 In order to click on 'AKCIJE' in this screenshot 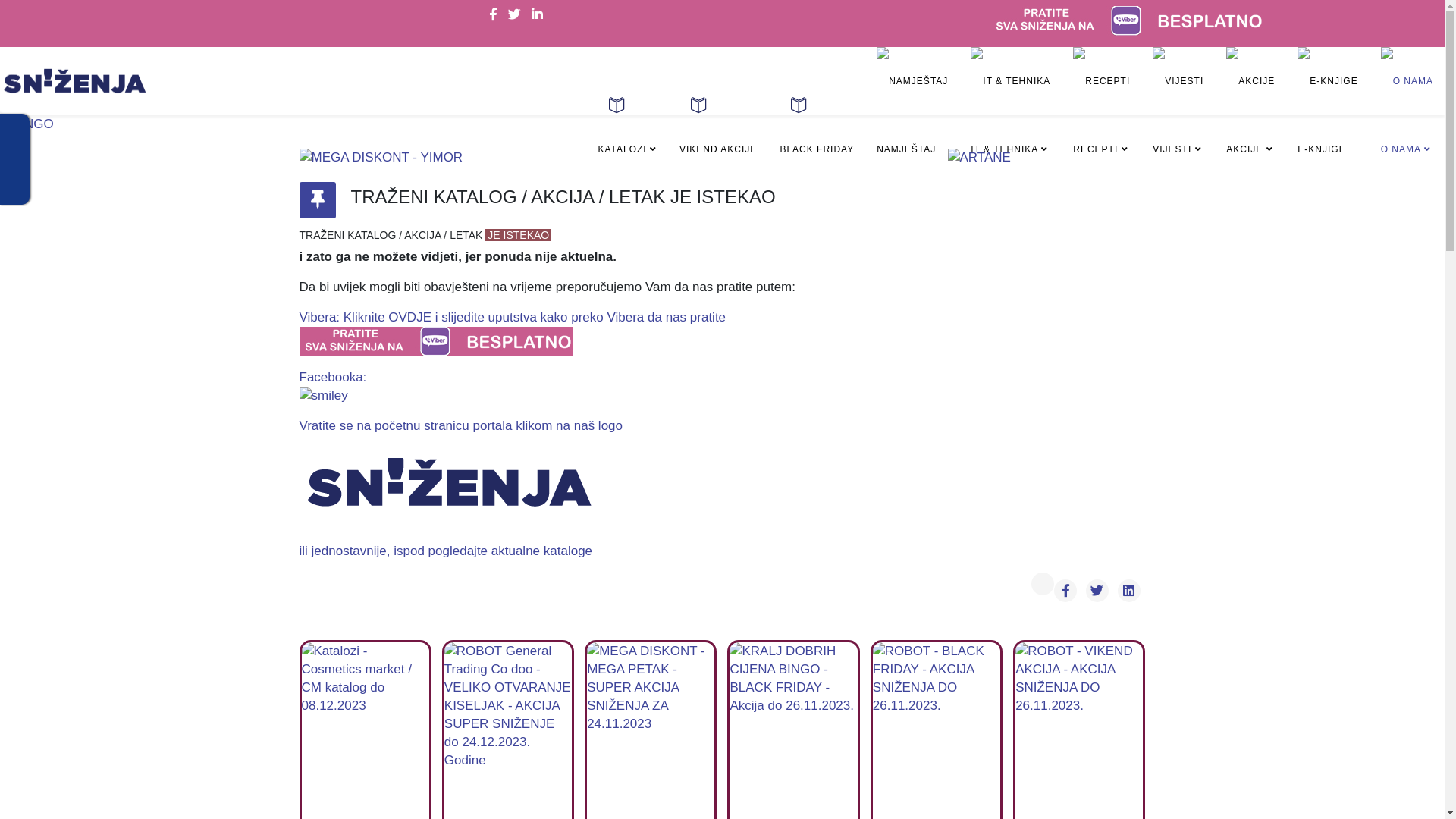, I will do `click(1250, 114)`.